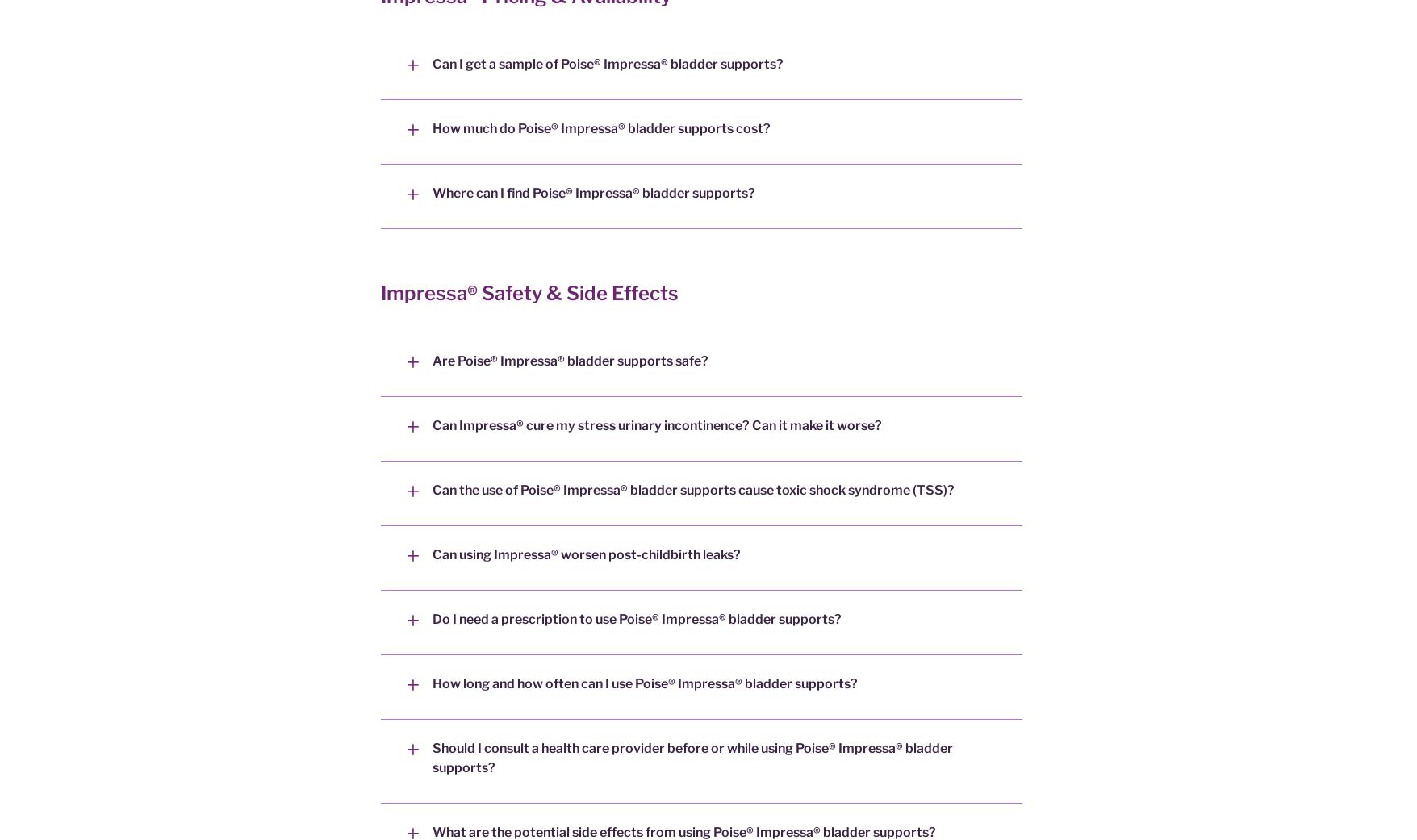  What do you see at coordinates (683, 832) in the screenshot?
I see `'What are the potential side effects from using Poise® Impressa® bladder supports?'` at bounding box center [683, 832].